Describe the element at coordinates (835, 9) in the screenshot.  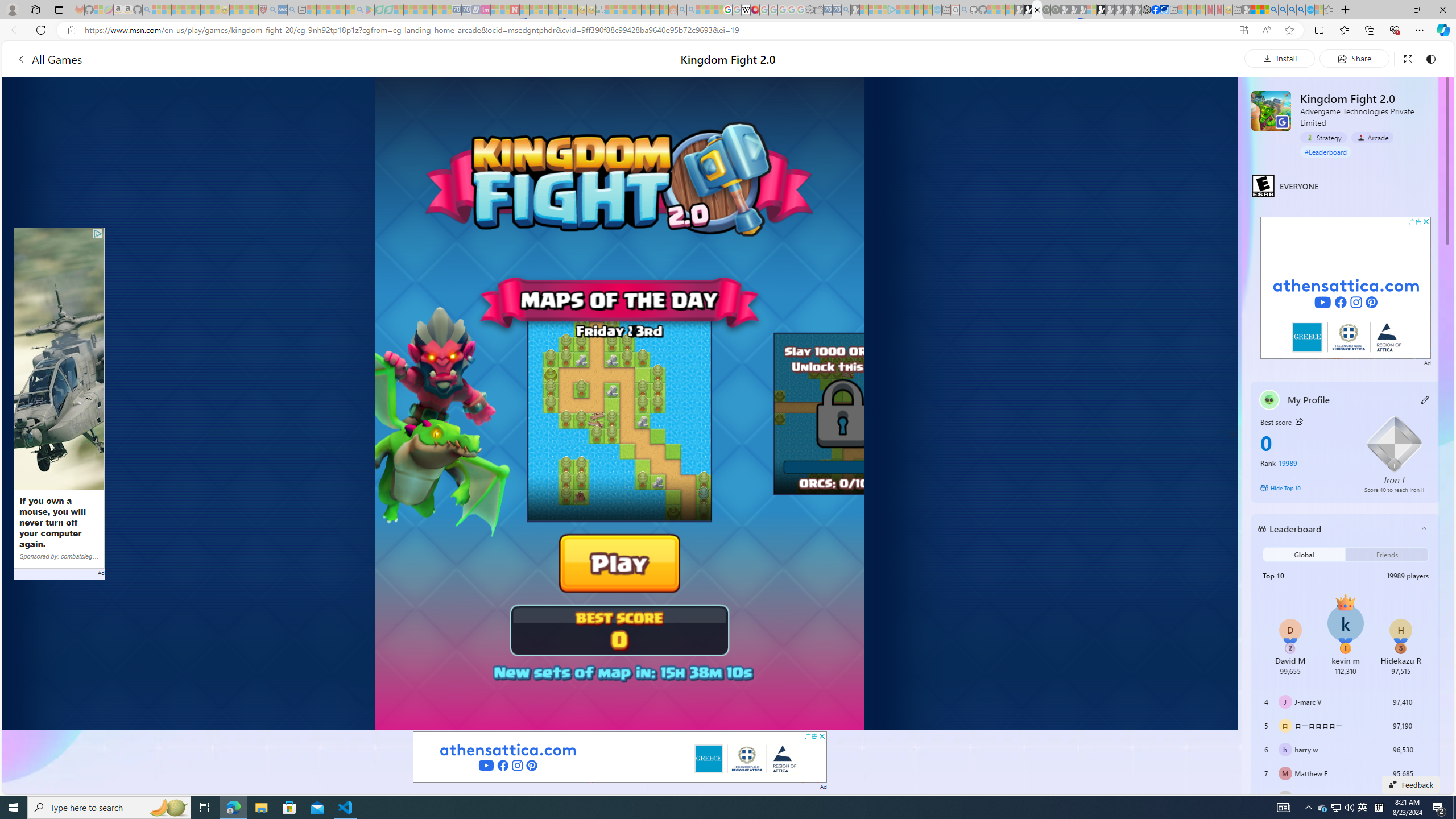
I see `'Cheap Car Rentals - Save70.com - Sleeping'` at that location.